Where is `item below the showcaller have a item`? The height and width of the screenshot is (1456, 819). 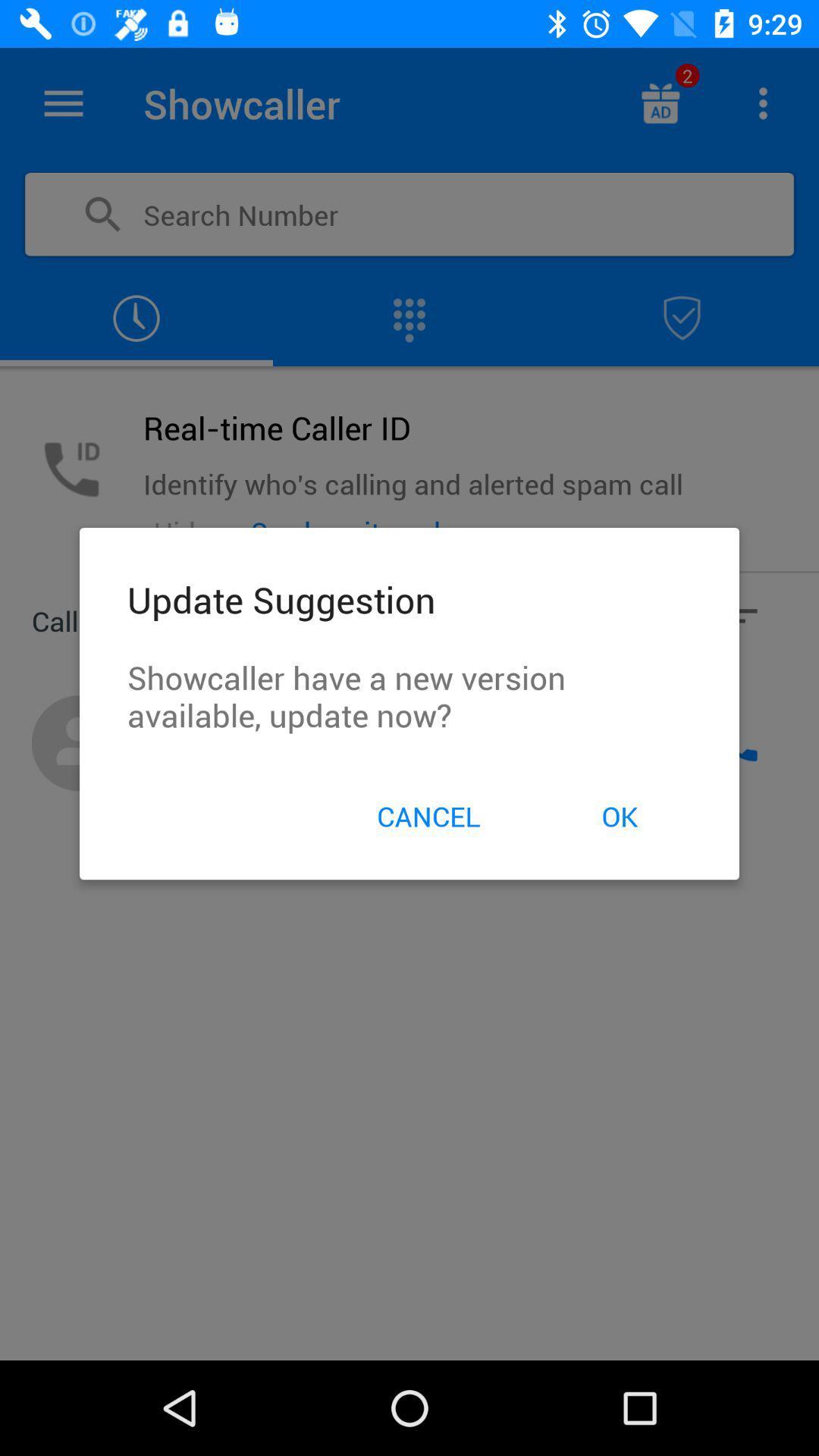
item below the showcaller have a item is located at coordinates (620, 815).